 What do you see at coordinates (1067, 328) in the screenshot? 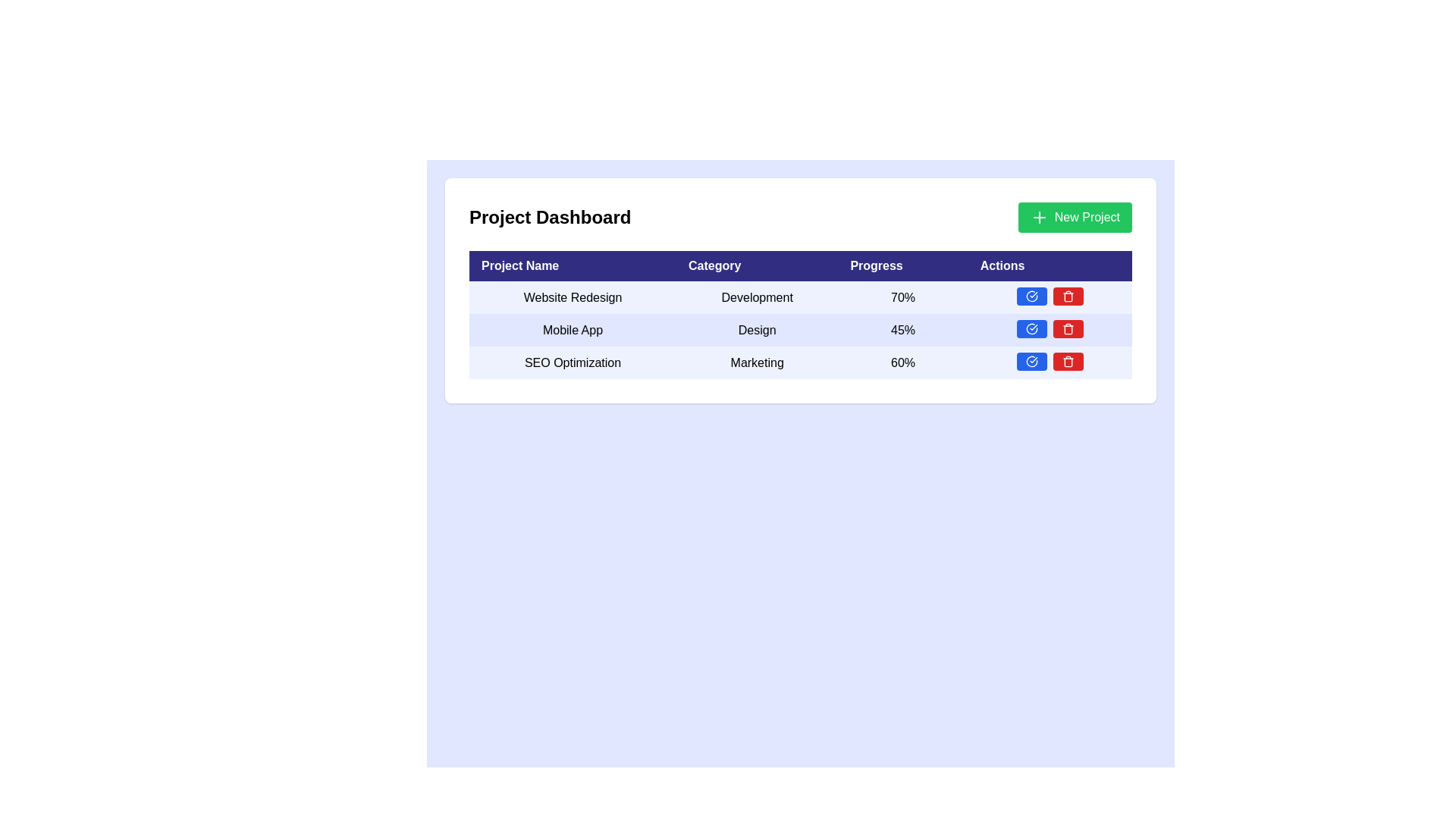
I see `the small red button with a trash icon located in the third table row under the 'Actions' column` at bounding box center [1067, 328].